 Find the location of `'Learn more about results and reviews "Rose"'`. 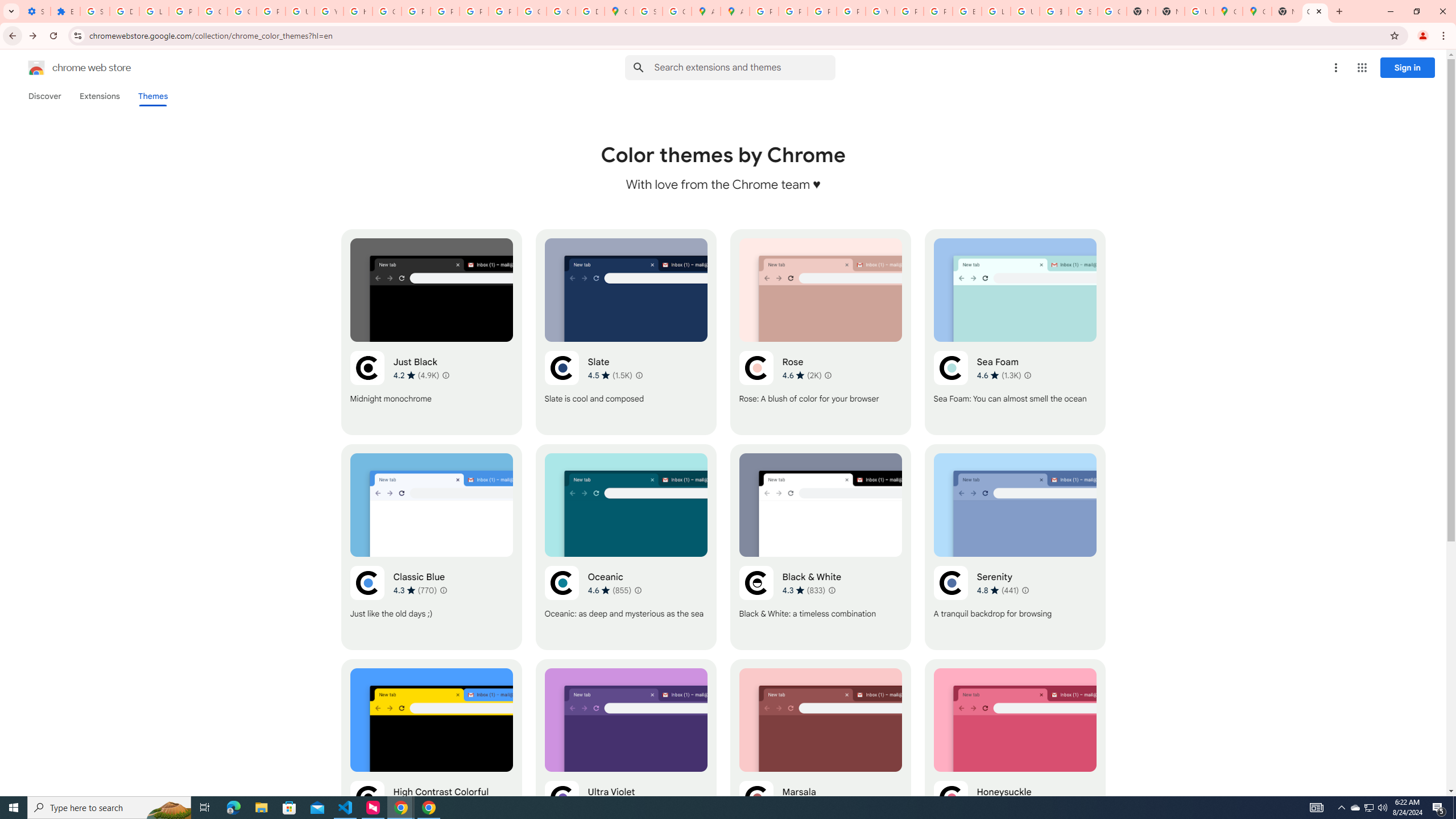

'Learn more about results and reviews "Rose"' is located at coordinates (828, 375).